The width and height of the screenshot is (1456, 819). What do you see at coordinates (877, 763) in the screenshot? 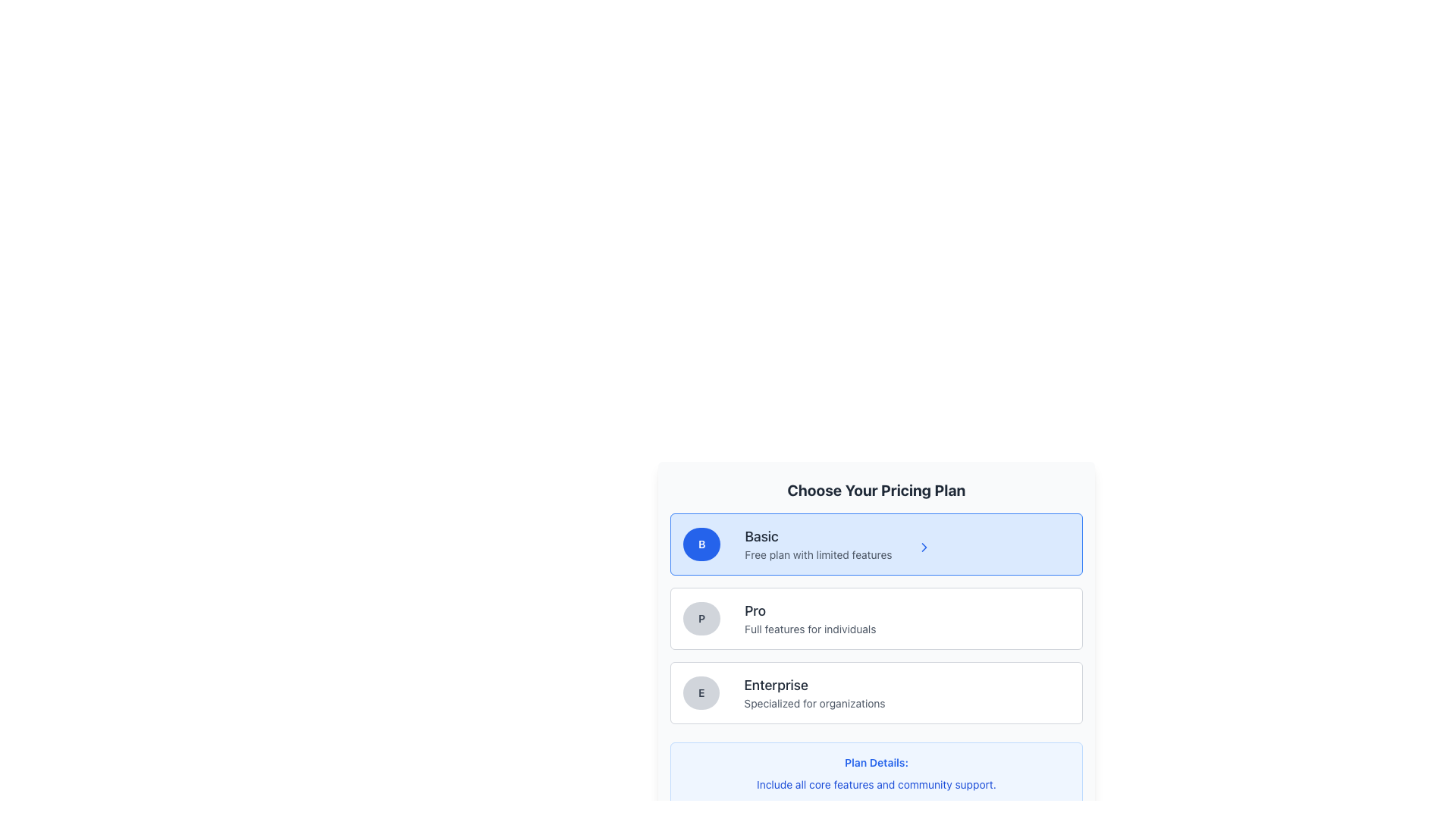
I see `the text label displaying 'Plan Details:' which is in a small, bold, blue font at the top of the plan details section` at bounding box center [877, 763].